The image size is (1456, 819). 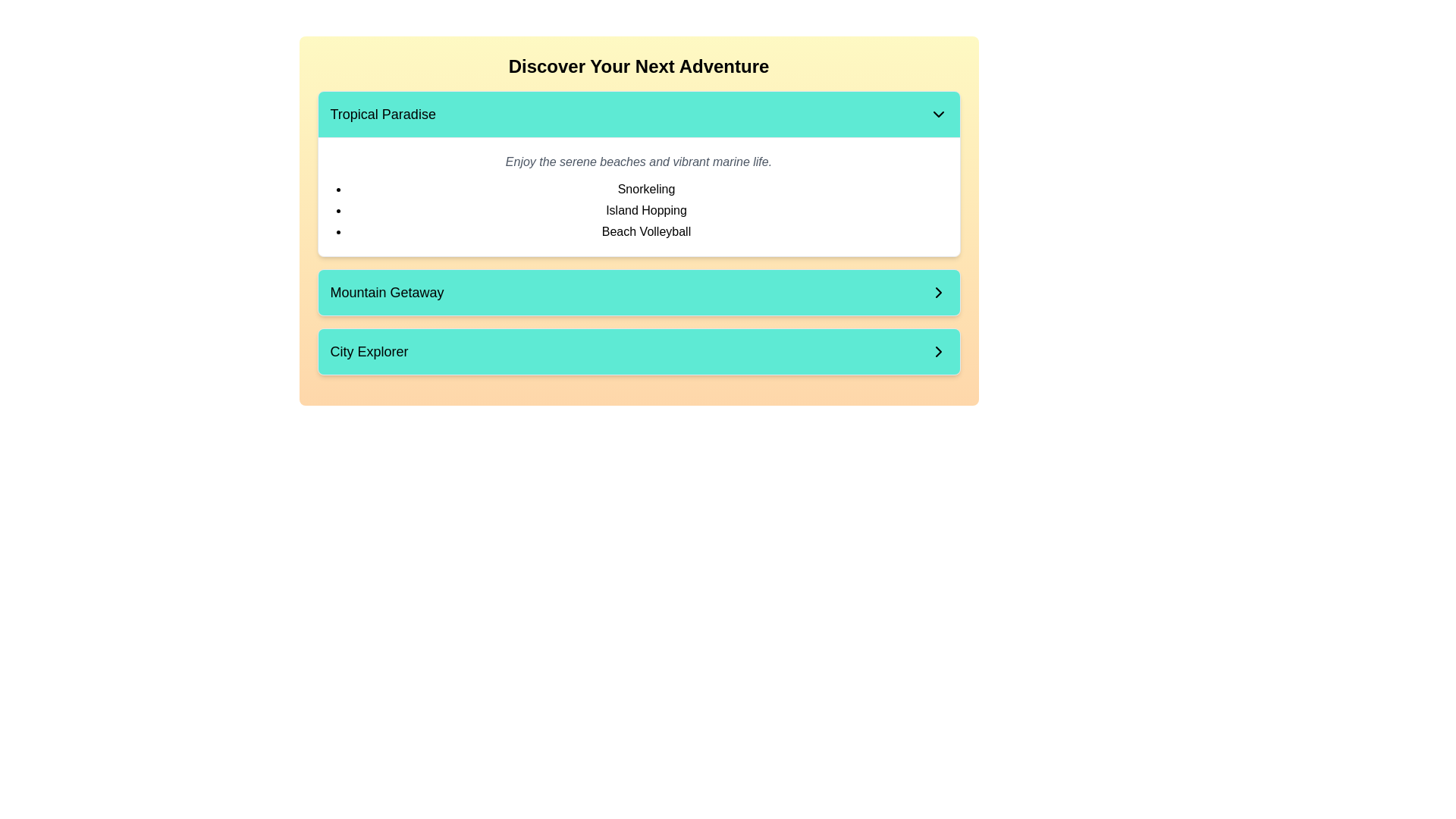 What do you see at coordinates (937, 351) in the screenshot?
I see `the right-pointing chevron arrow icon within the 'City Explorer' button, which signifies navigation or expansion` at bounding box center [937, 351].